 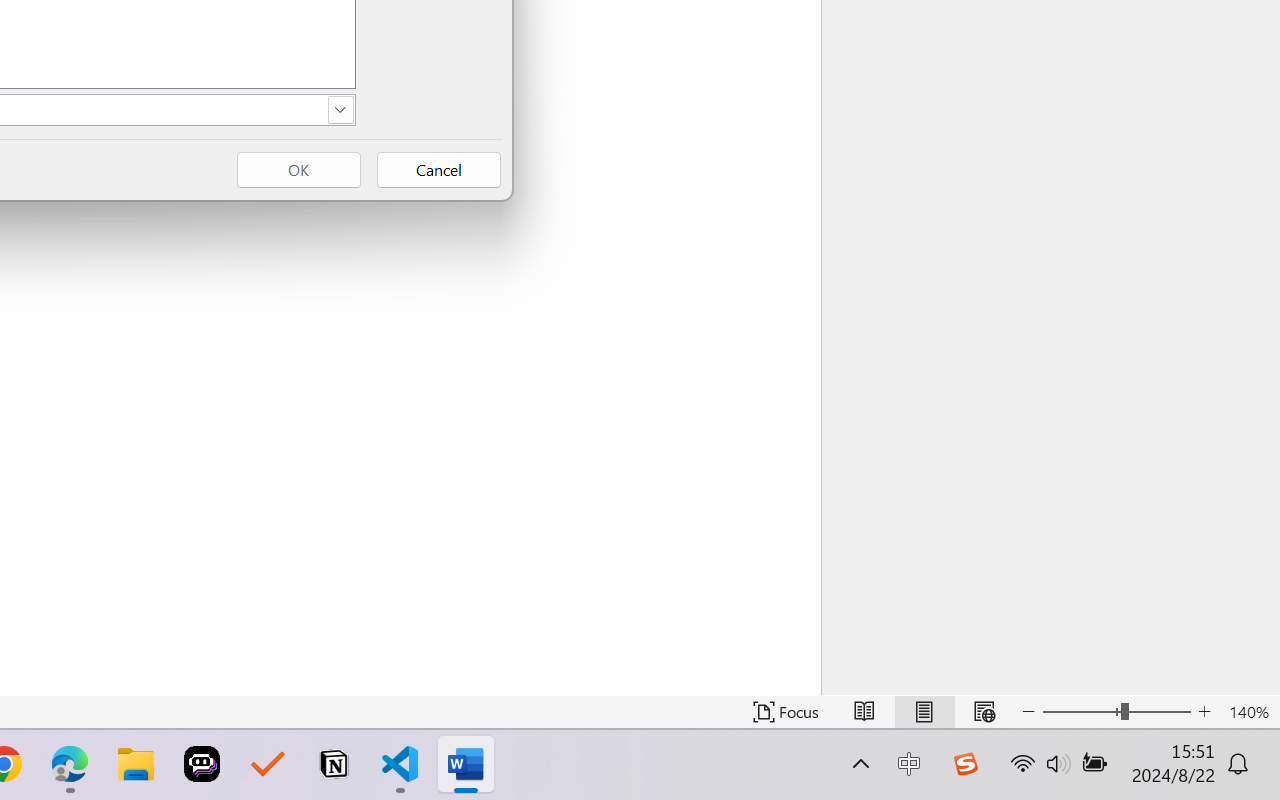 What do you see at coordinates (297, 169) in the screenshot?
I see `'OK'` at bounding box center [297, 169].